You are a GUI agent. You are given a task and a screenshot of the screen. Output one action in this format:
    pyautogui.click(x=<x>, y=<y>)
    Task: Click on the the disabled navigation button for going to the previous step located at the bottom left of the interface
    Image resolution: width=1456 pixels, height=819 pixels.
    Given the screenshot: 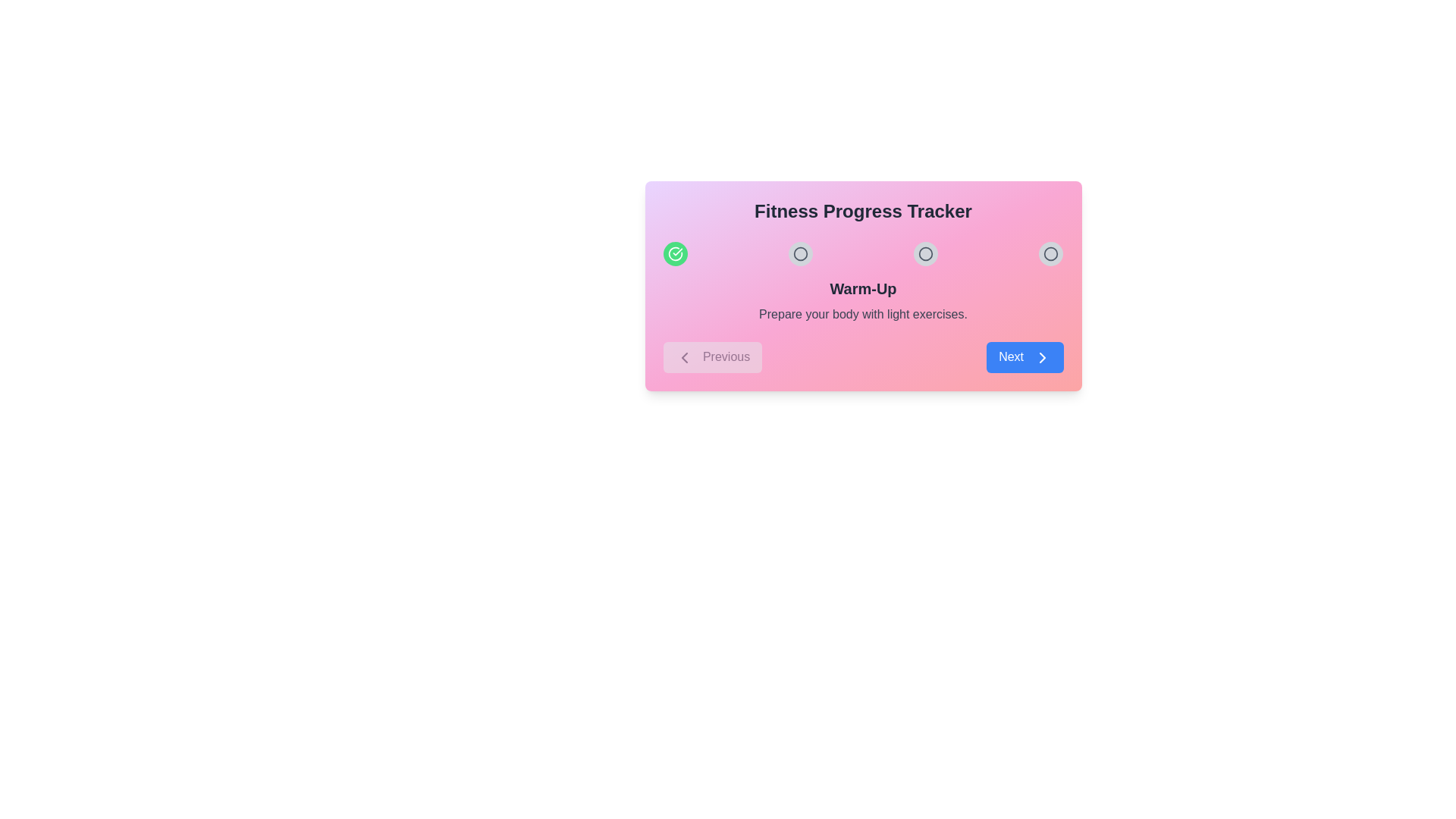 What is the action you would take?
    pyautogui.click(x=711, y=357)
    